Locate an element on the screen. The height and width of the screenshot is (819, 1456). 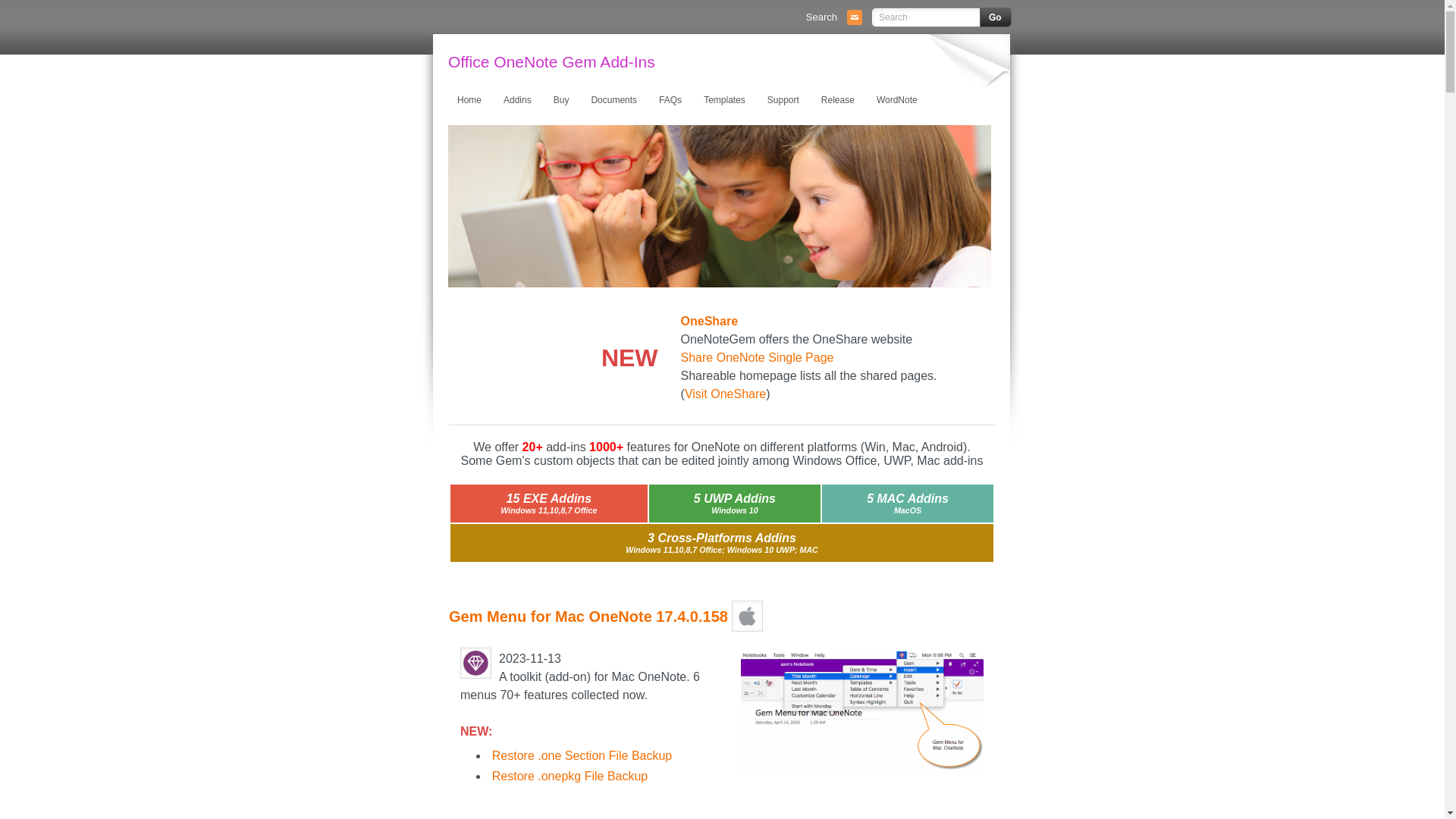
'FAQs' is located at coordinates (668, 99).